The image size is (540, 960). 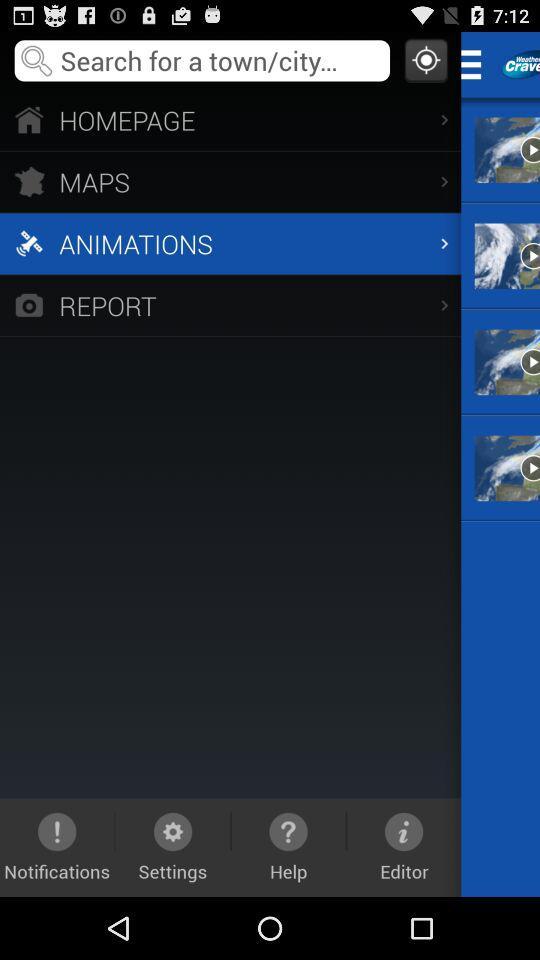 What do you see at coordinates (425, 64) in the screenshot?
I see `the location_crosshair icon` at bounding box center [425, 64].